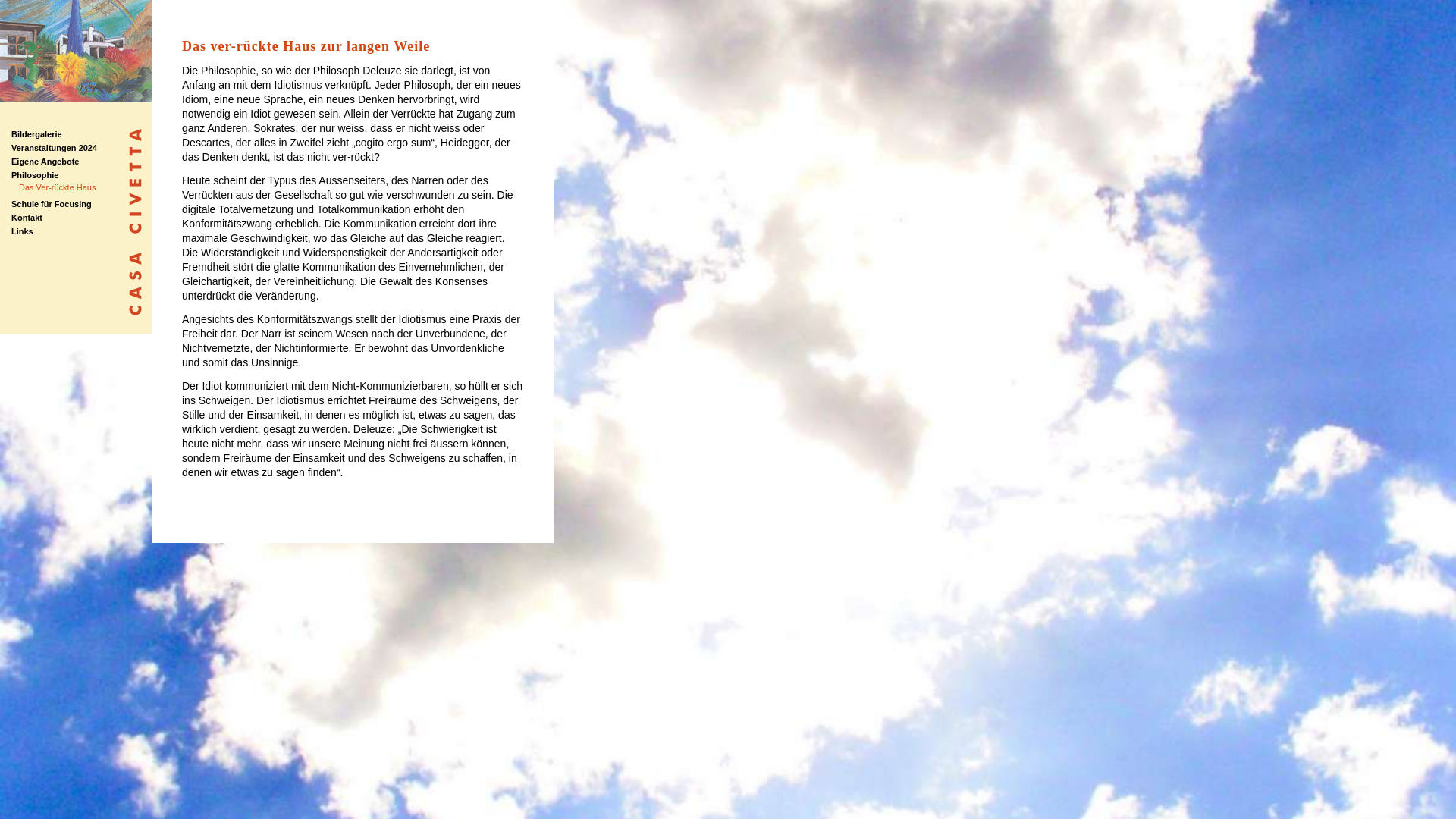 This screenshot has height=819, width=1456. What do you see at coordinates (75, 99) in the screenshot?
I see `'home'` at bounding box center [75, 99].